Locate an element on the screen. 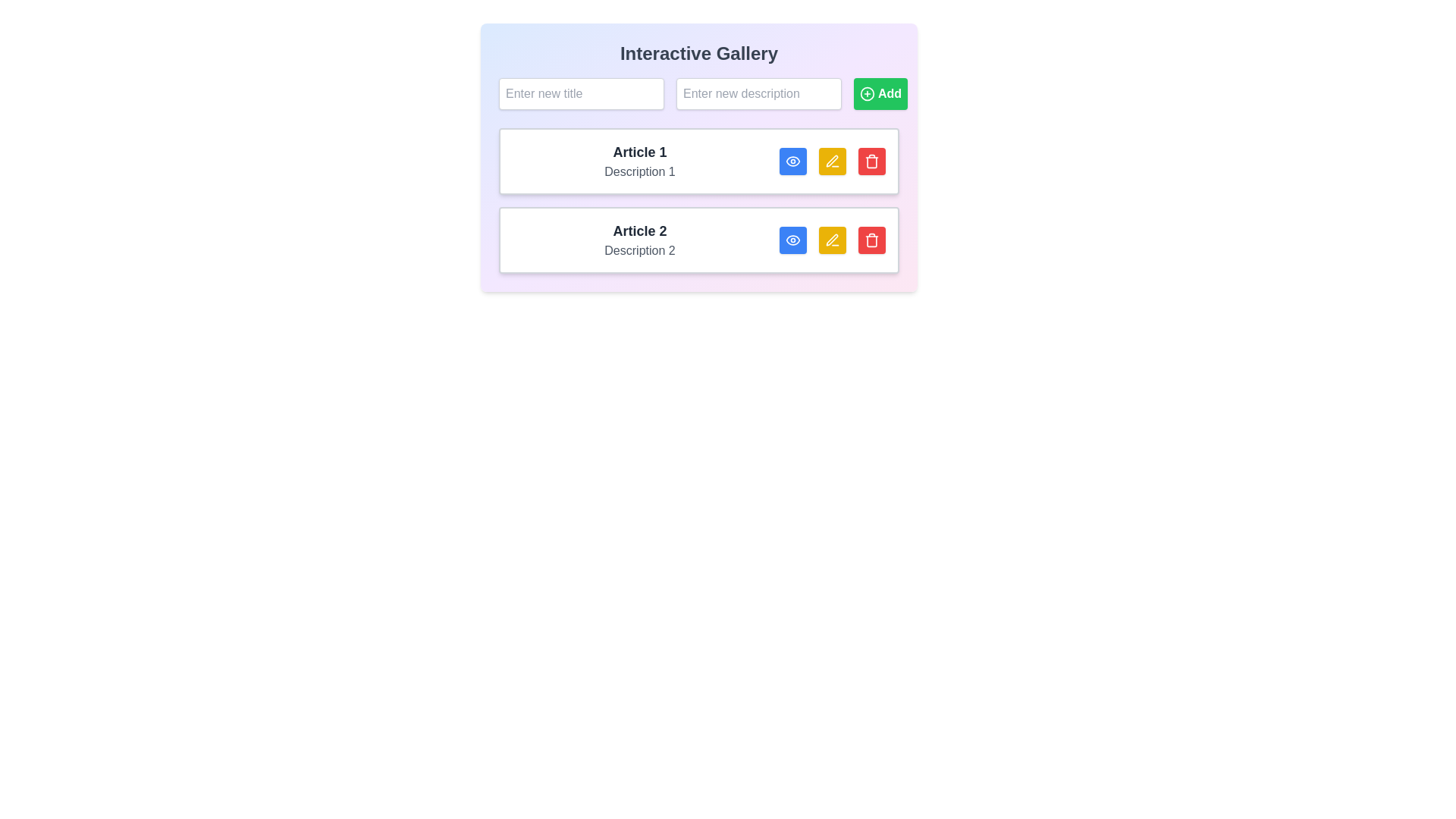 The image size is (1456, 819). the blue button with a white eye icon located in the first list item is located at coordinates (792, 161).